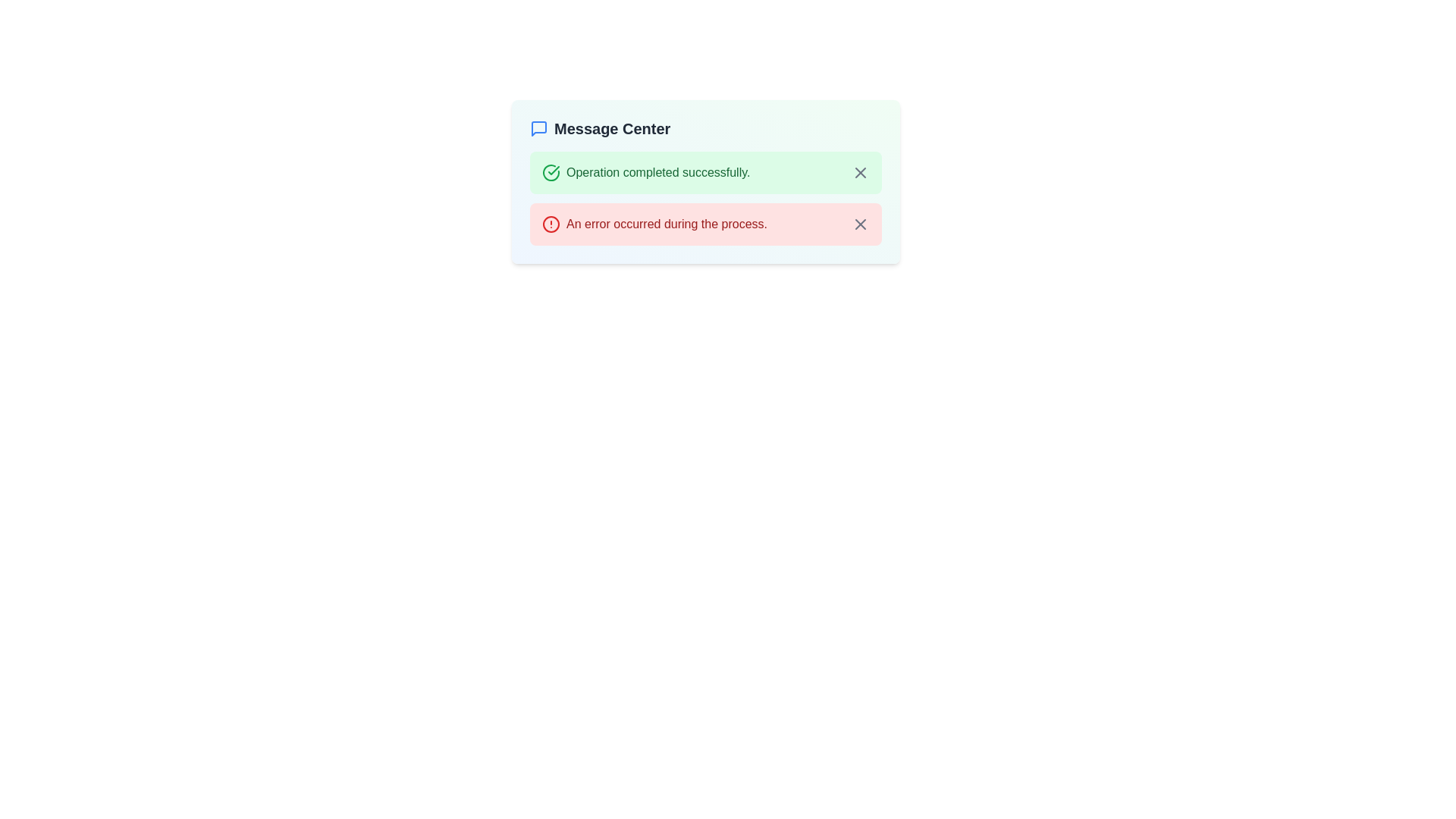 The height and width of the screenshot is (819, 1456). Describe the element at coordinates (612, 127) in the screenshot. I see `the 'Message Center' text label which is prominently displayed in a bold and large font at the top section of the notification area` at that location.